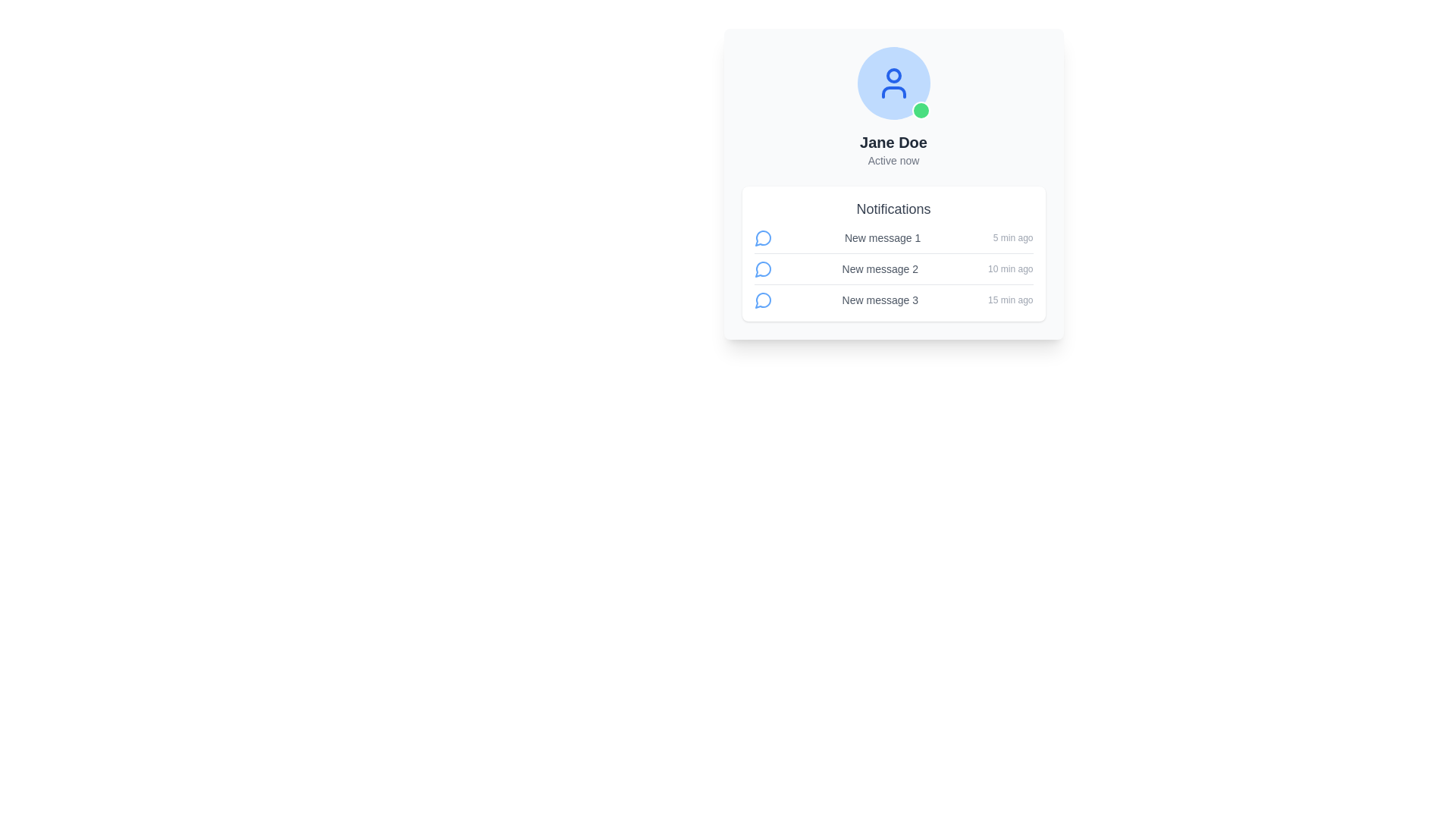 This screenshot has height=819, width=1456. I want to click on the text displaying 'Jane Doe' which is bold, enlarged, and dark gray, located centrally below a circular avatar image, so click(893, 143).